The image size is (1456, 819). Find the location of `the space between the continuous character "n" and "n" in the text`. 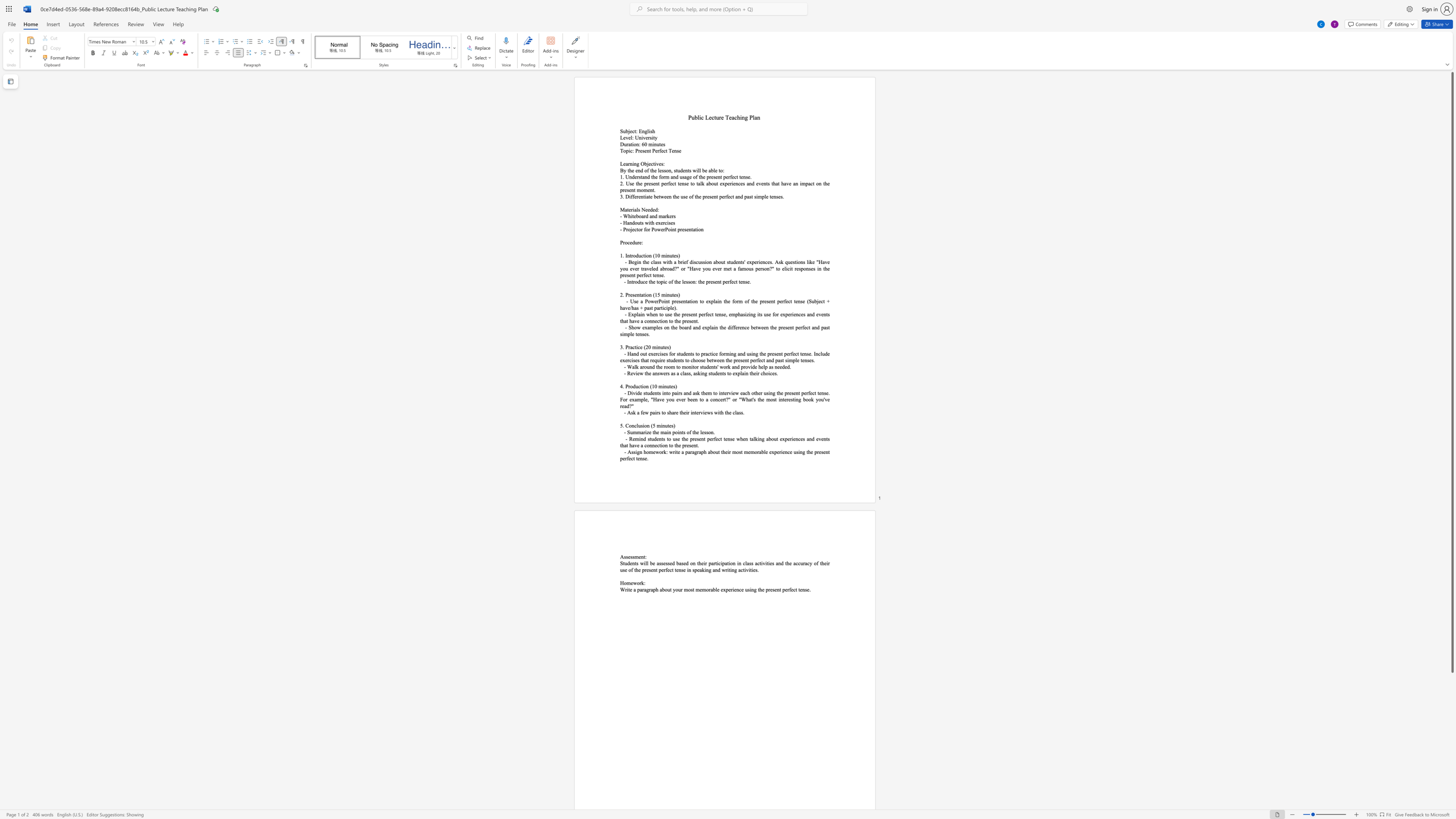

the space between the continuous character "n" and "n" in the text is located at coordinates (651, 445).